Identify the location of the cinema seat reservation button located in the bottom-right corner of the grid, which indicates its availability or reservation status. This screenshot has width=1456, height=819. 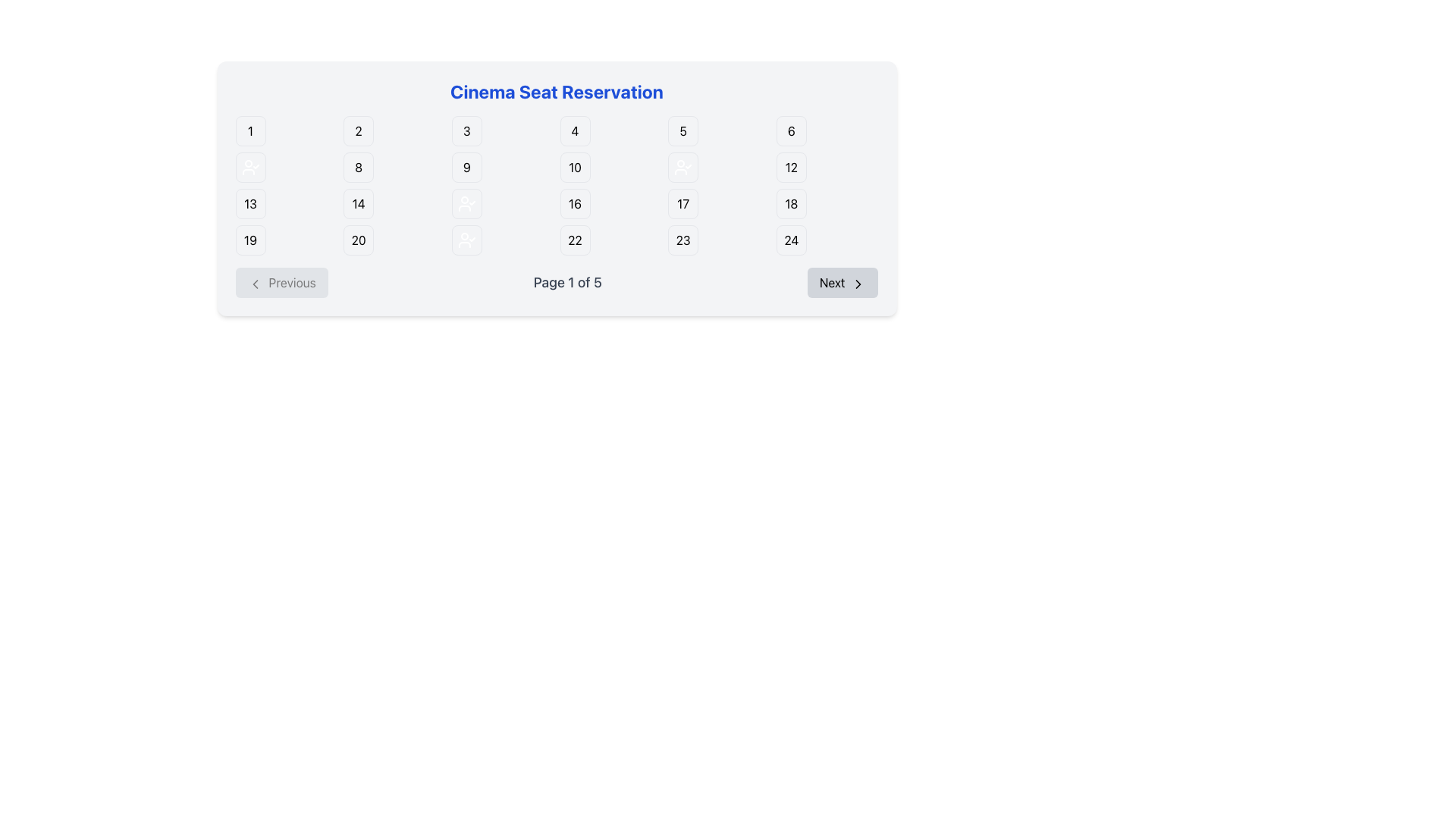
(790, 239).